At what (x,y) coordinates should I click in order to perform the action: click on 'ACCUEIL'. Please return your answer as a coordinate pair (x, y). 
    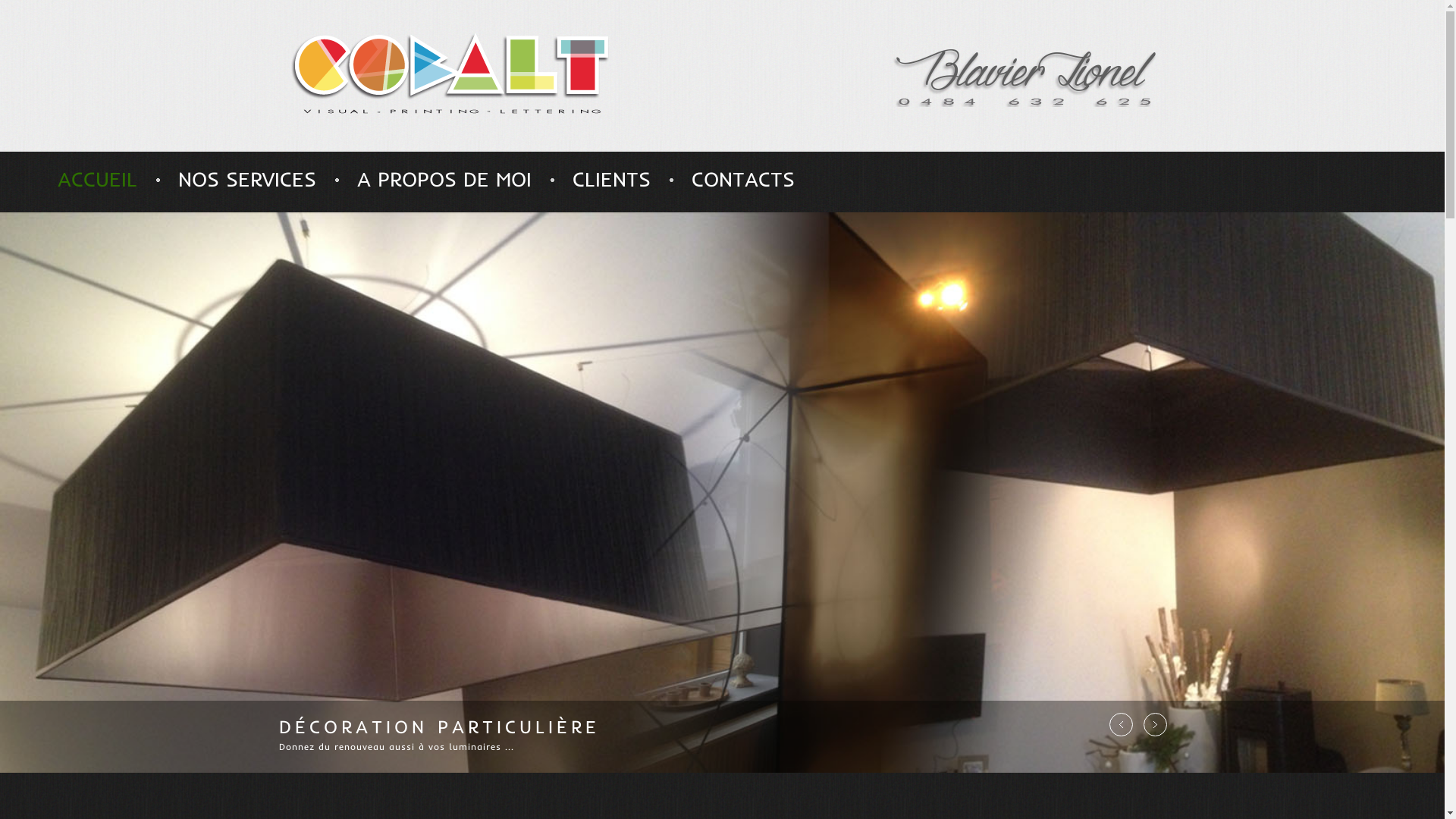
    Looking at the image, I should click on (96, 178).